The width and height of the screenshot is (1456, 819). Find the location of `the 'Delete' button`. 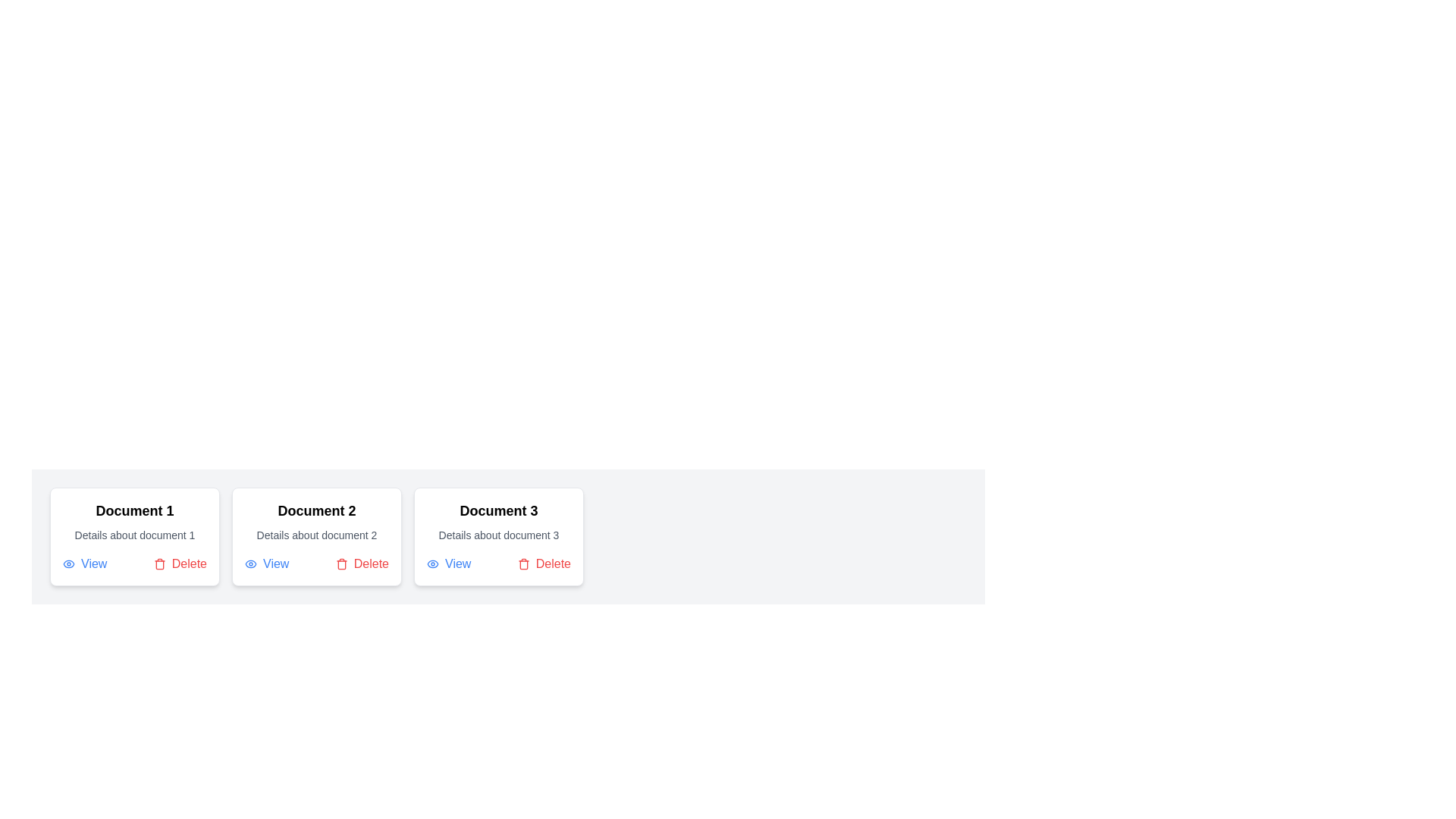

the 'Delete' button is located at coordinates (180, 564).